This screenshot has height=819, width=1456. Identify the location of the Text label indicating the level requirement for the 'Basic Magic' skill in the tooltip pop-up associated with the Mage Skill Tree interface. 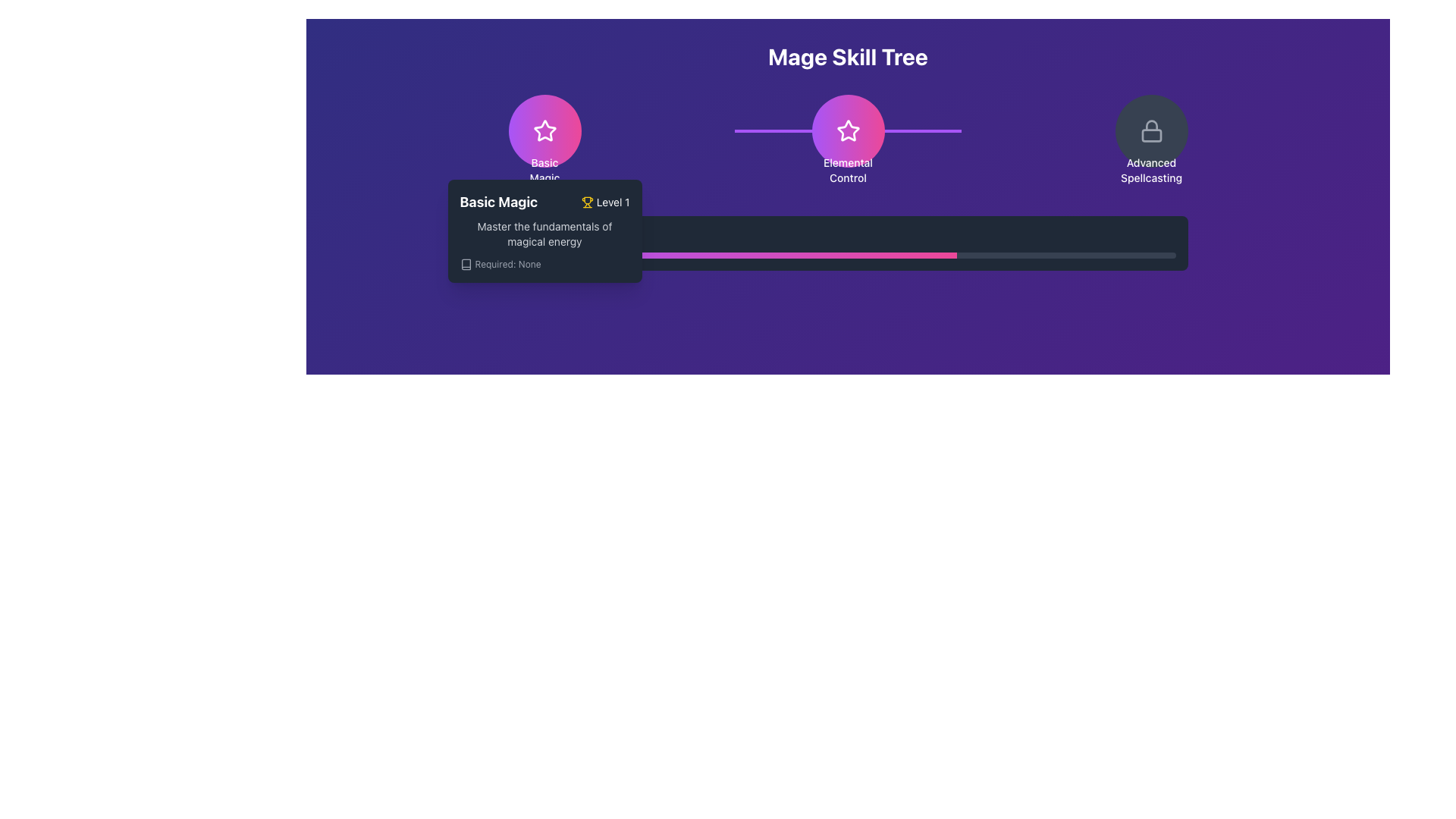
(613, 201).